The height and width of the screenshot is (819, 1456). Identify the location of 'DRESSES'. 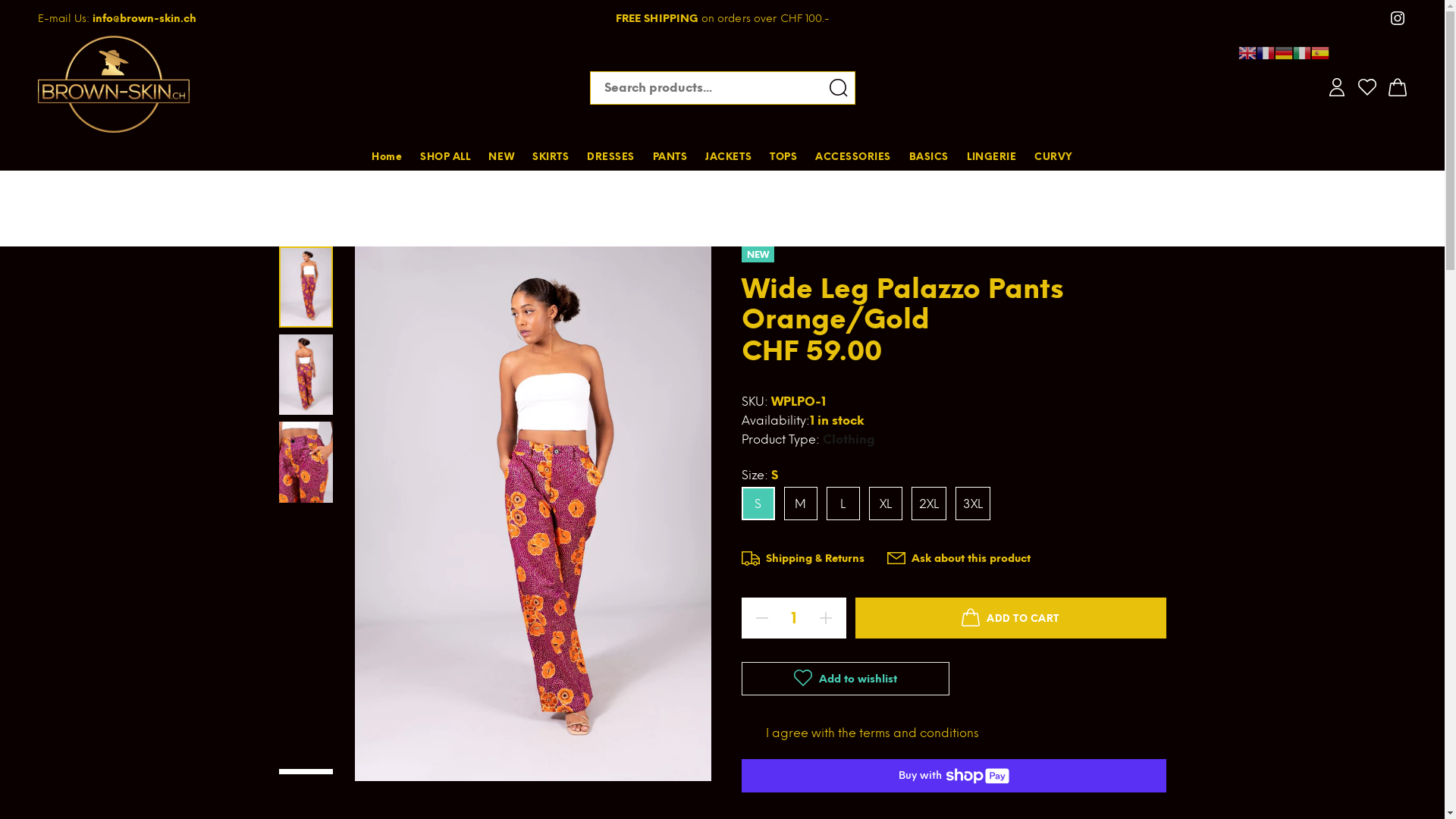
(610, 155).